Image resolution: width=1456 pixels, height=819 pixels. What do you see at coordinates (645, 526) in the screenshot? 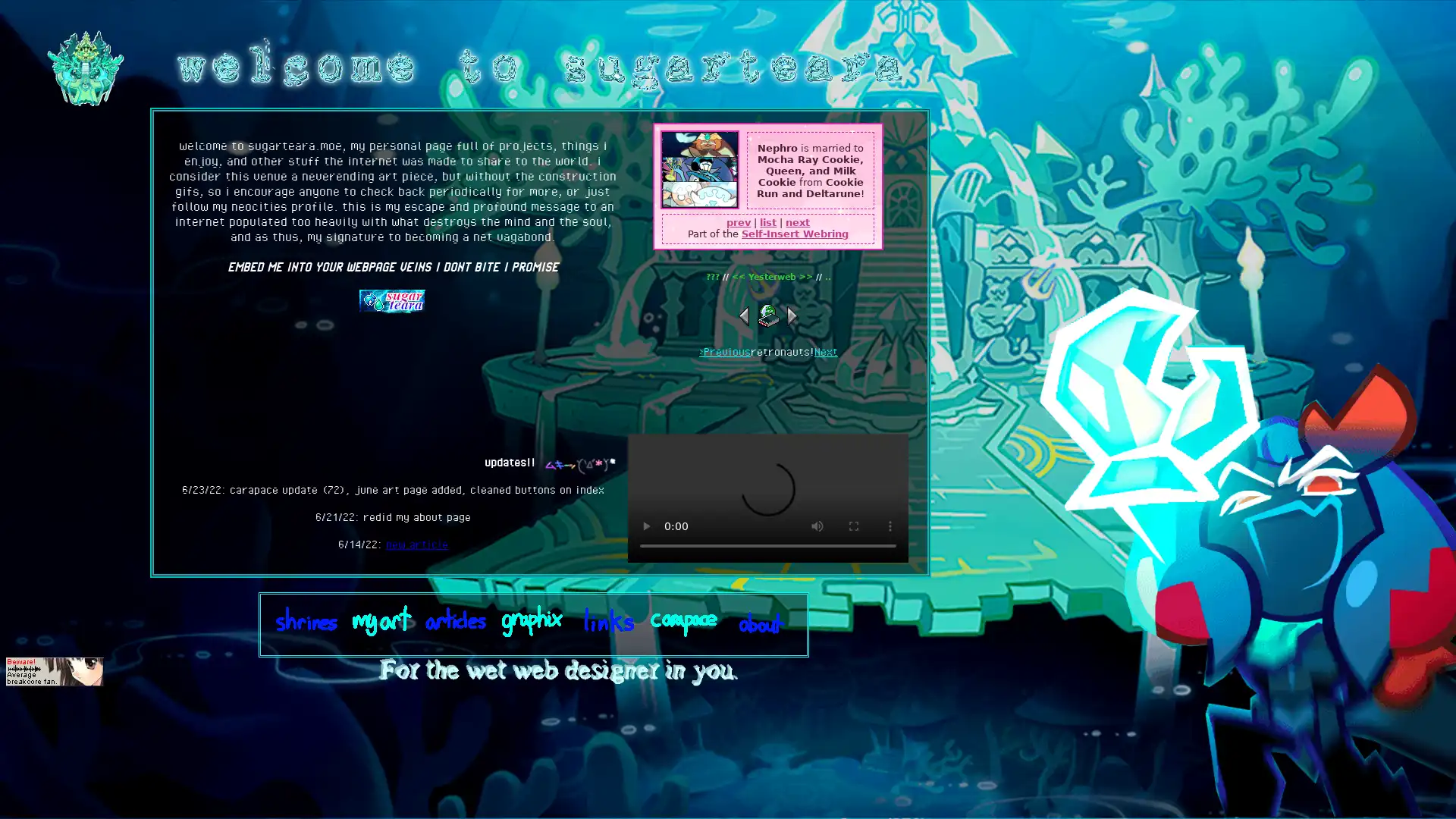
I see `play` at bounding box center [645, 526].